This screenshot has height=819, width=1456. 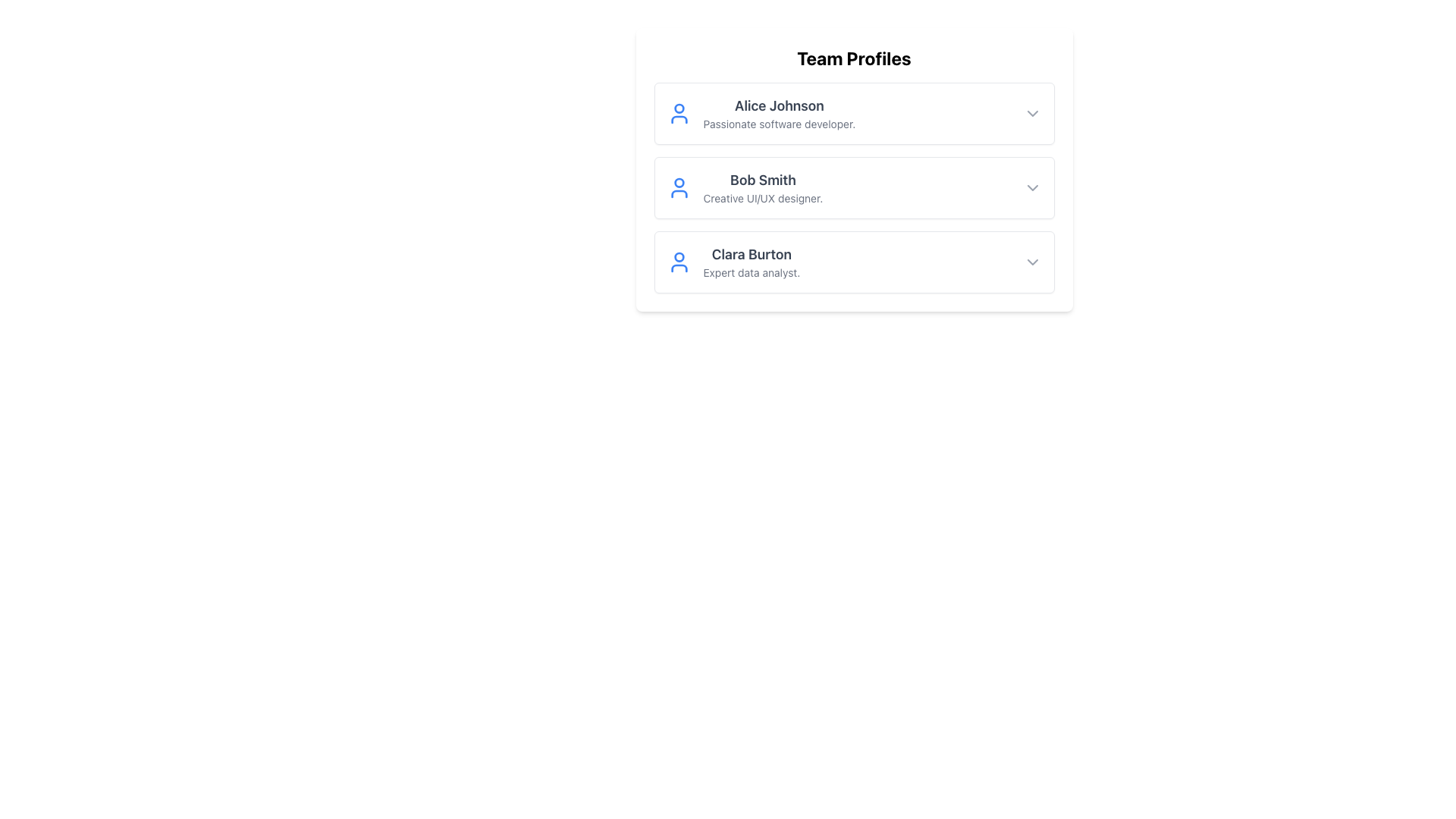 I want to click on the bold, large-sized black text reading 'Team Profiles' at the top-center of the card-like UI component, so click(x=854, y=58).